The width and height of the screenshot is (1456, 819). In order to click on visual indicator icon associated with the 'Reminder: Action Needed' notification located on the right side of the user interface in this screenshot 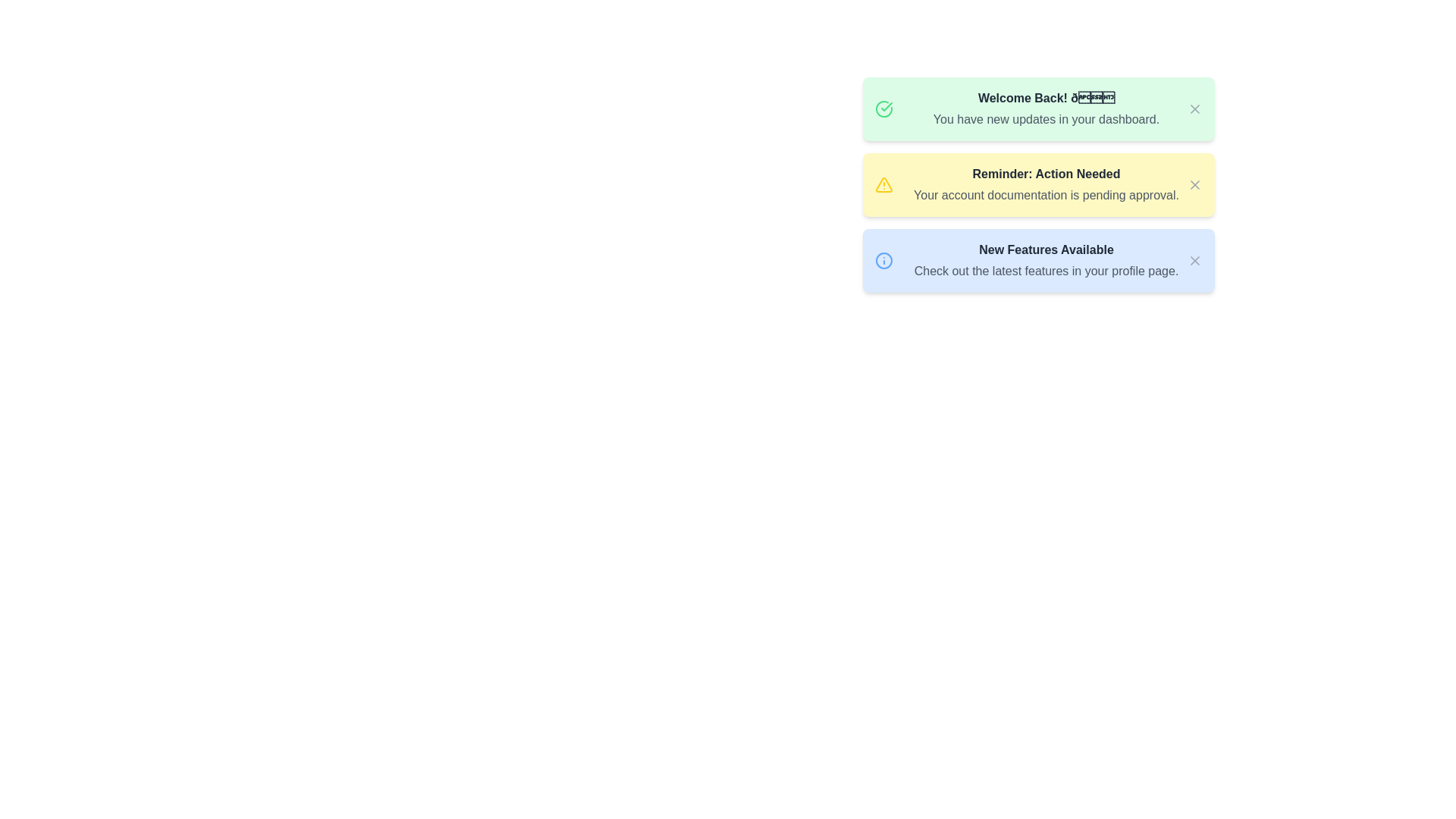, I will do `click(884, 184)`.